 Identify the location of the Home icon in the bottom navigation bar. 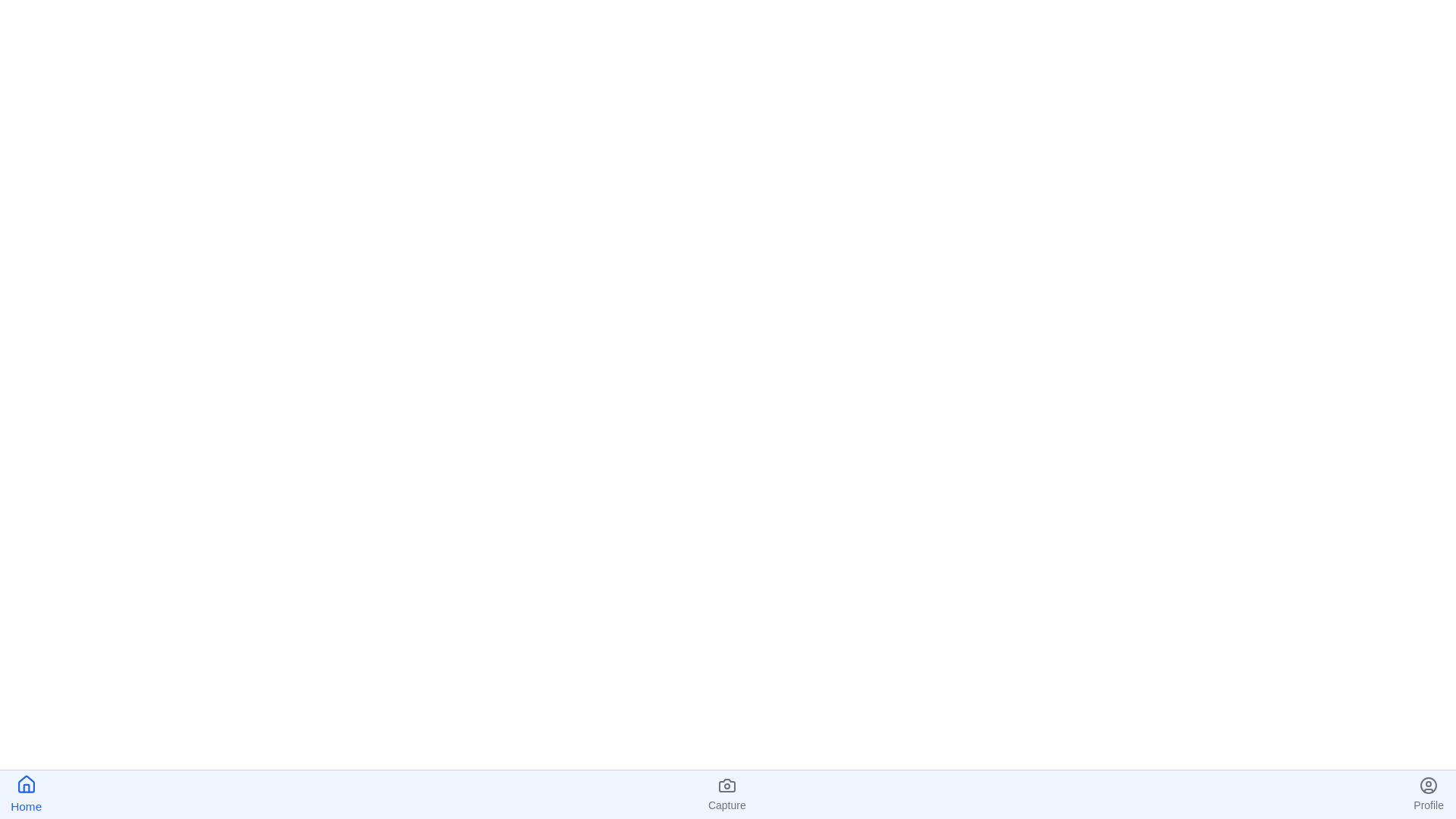
(25, 794).